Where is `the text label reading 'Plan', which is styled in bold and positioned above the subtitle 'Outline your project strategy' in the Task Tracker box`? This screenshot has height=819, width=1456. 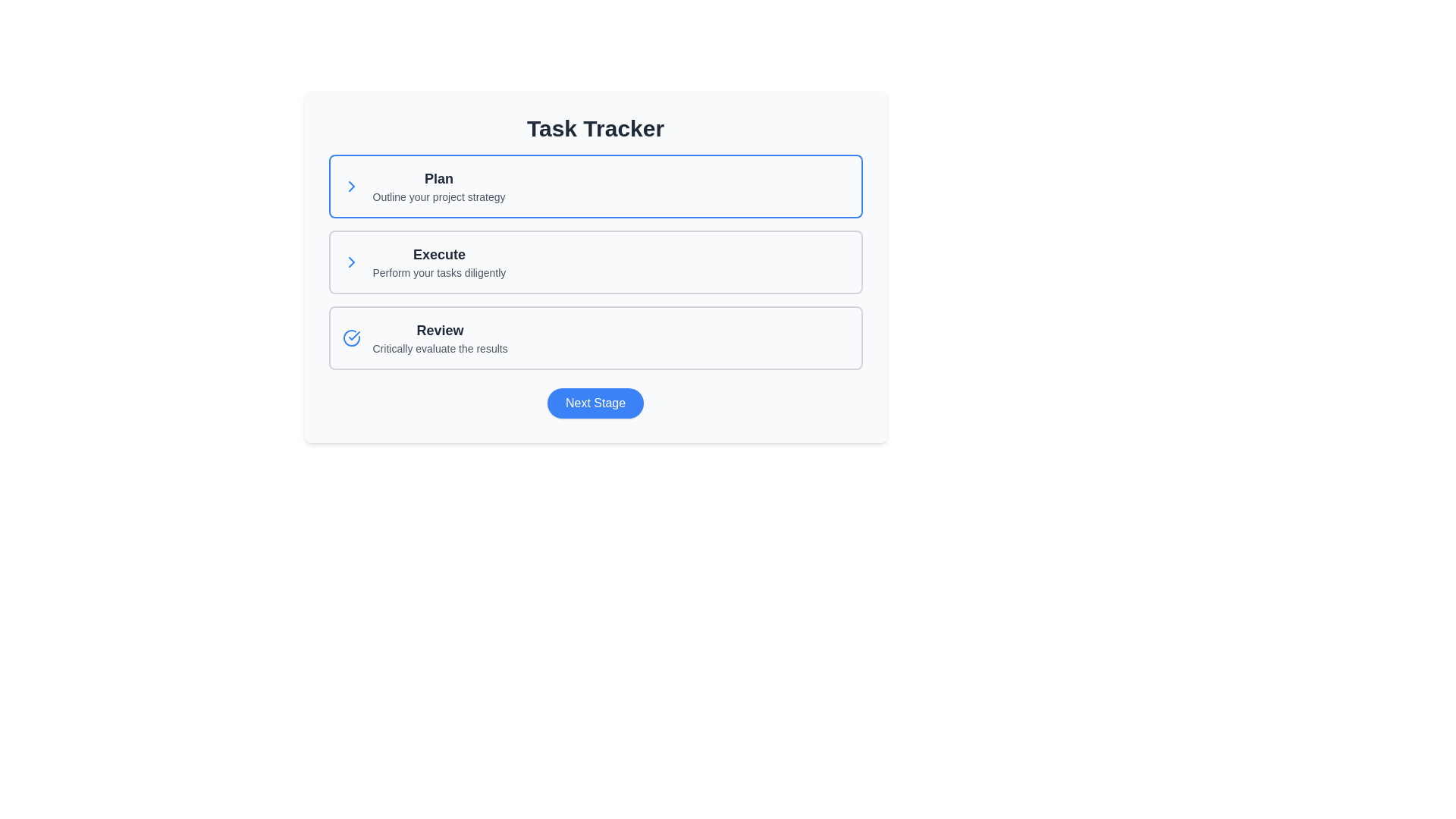 the text label reading 'Plan', which is styled in bold and positioned above the subtitle 'Outline your project strategy' in the Task Tracker box is located at coordinates (438, 177).